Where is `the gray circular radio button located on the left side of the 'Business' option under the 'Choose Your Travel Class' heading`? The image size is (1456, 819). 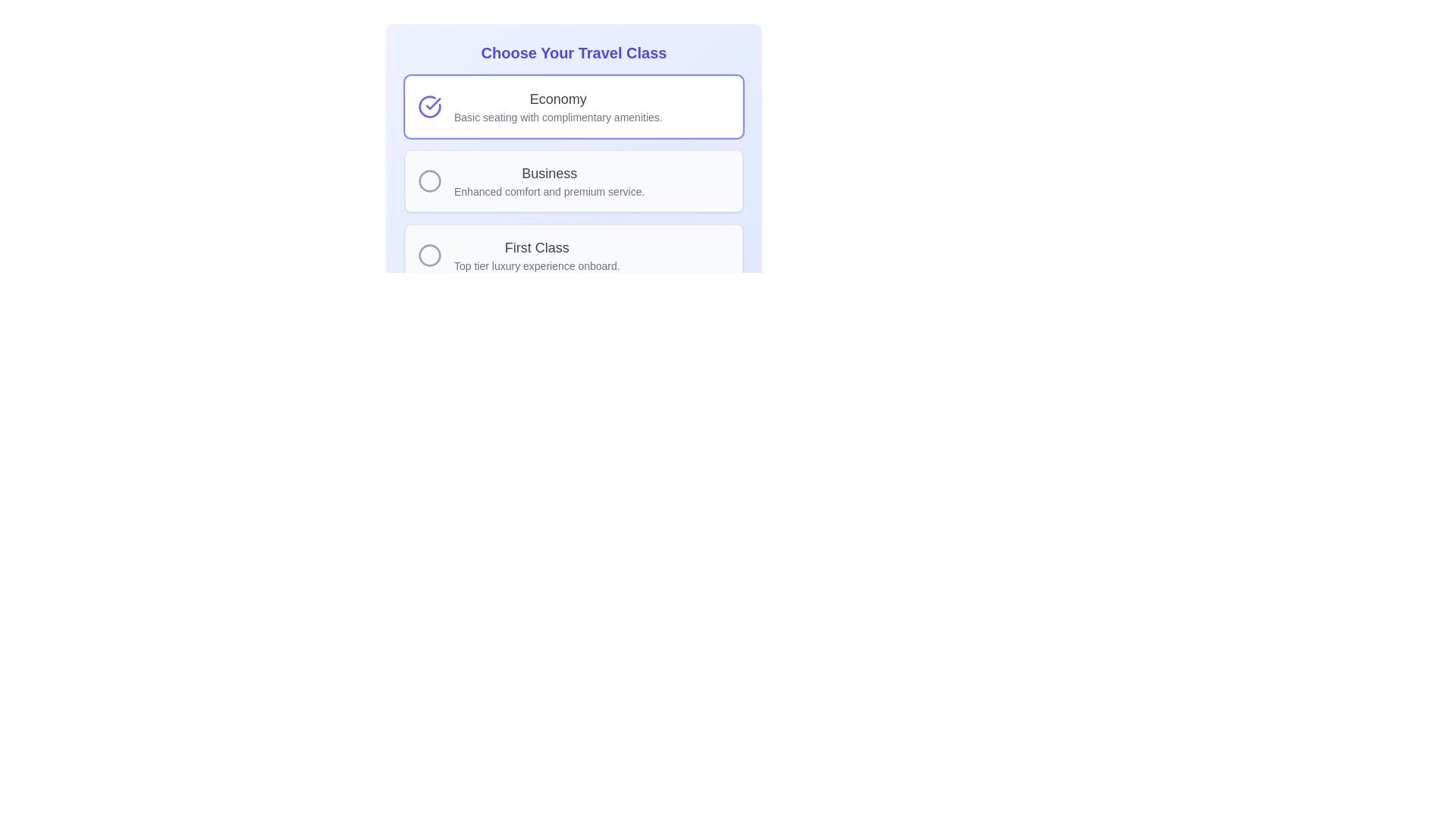
the gray circular radio button located on the left side of the 'Business' option under the 'Choose Your Travel Class' heading is located at coordinates (428, 180).